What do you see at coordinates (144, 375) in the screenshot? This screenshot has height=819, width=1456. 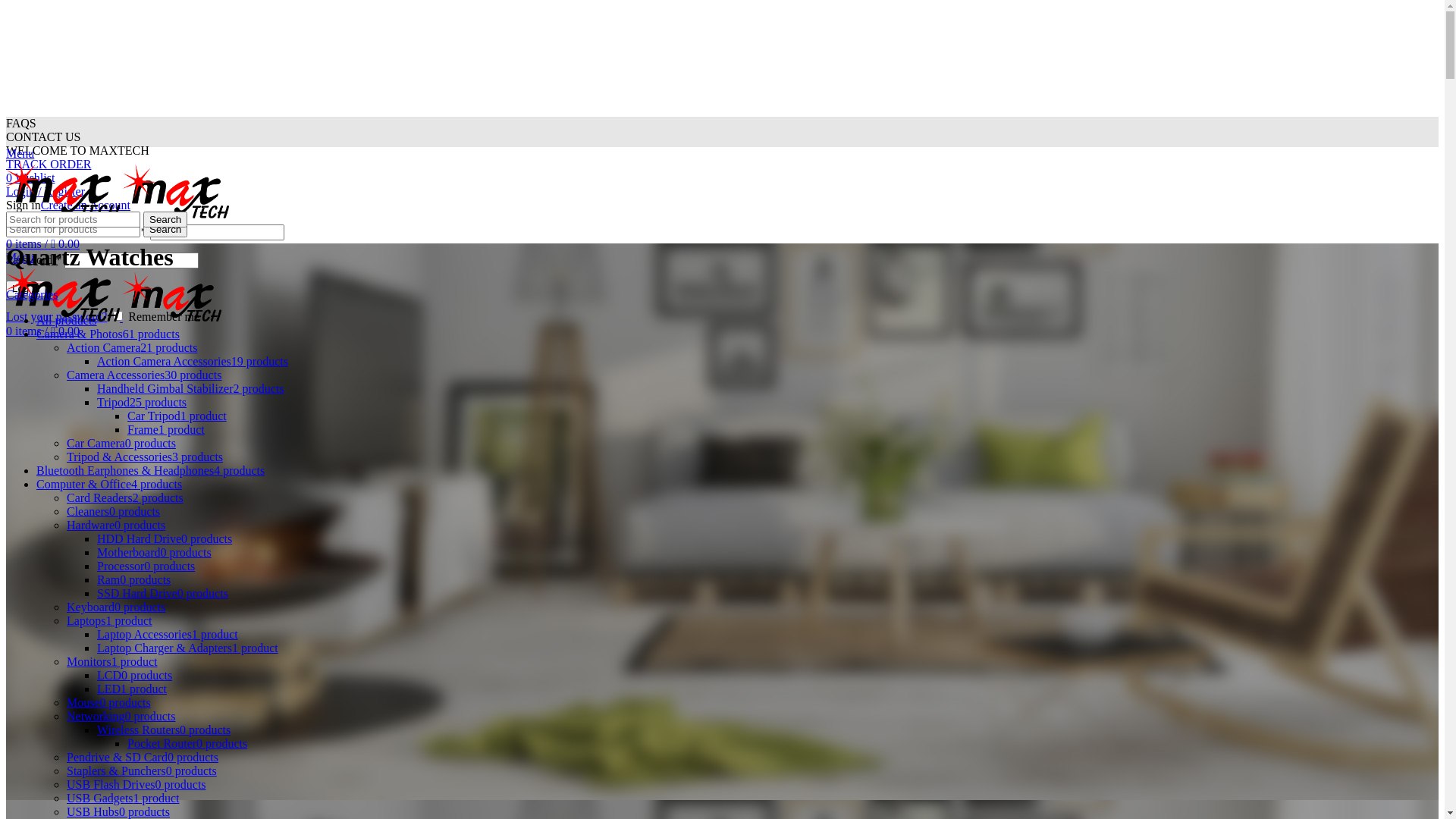 I see `'Camera Accessories30 products'` at bounding box center [144, 375].